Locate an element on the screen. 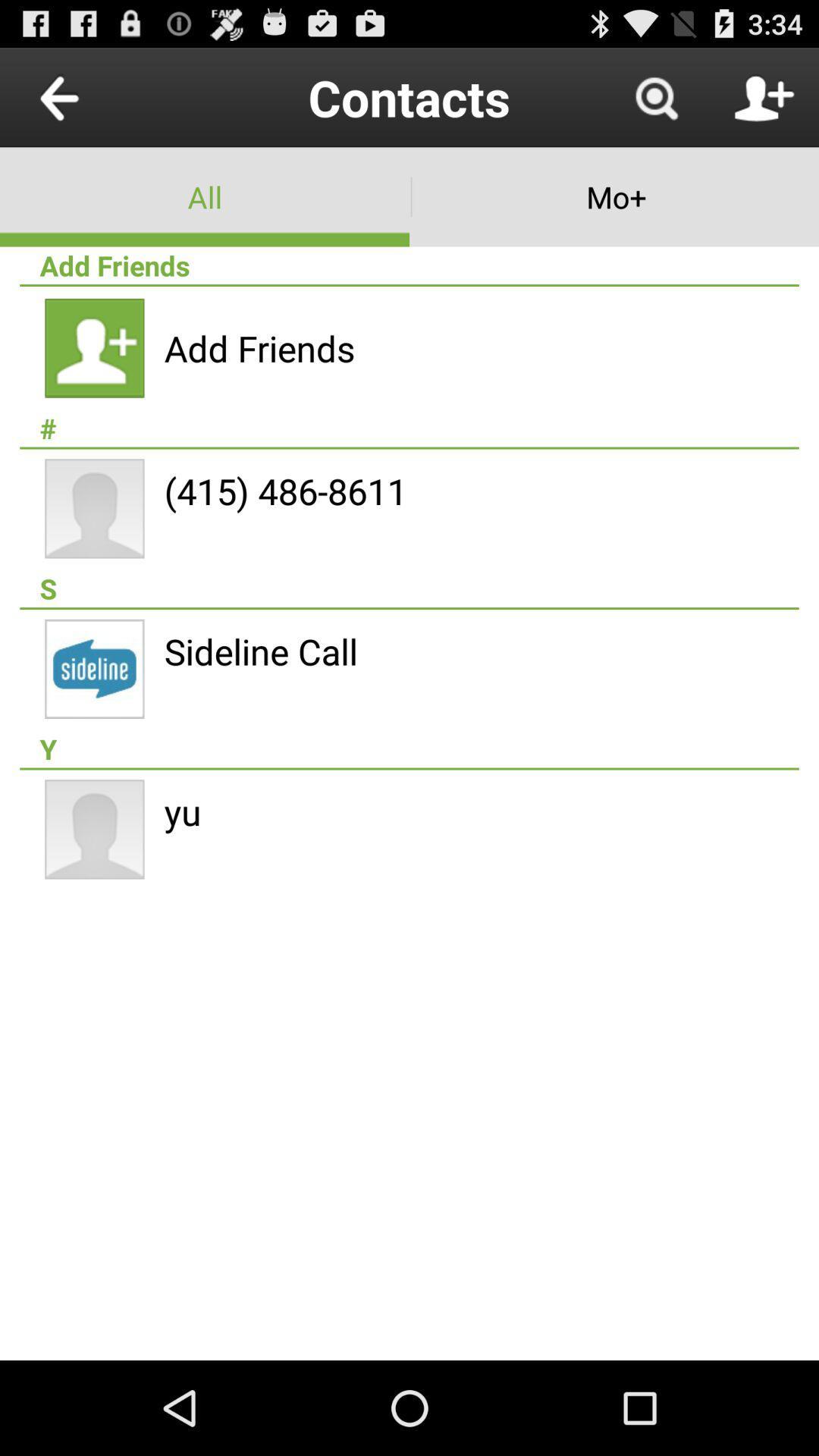 Image resolution: width=819 pixels, height=1456 pixels. item above s item is located at coordinates (285, 491).